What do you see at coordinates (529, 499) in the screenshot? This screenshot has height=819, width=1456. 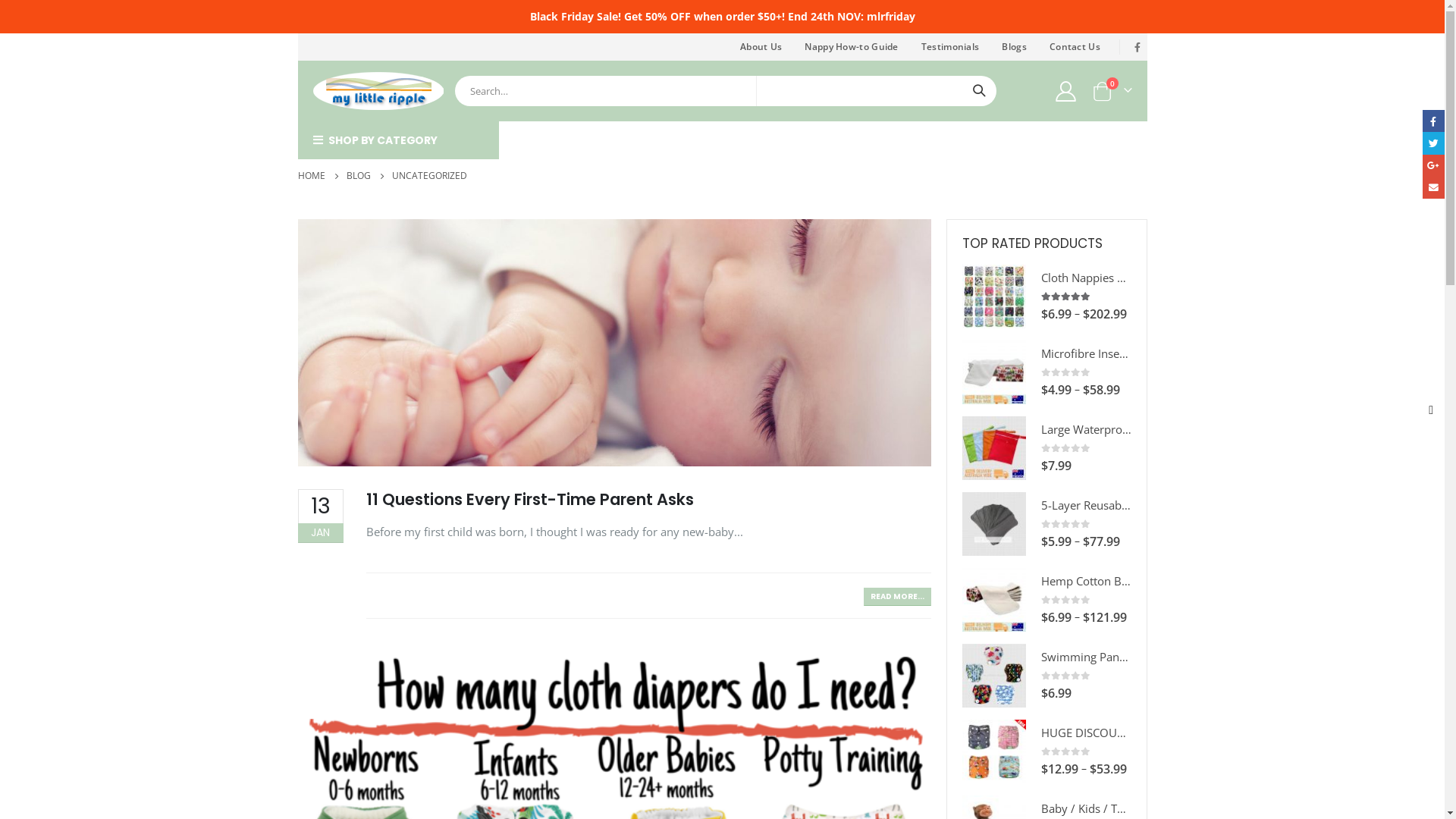 I see `'11 Questions Every First-Time Parent Asks'` at bounding box center [529, 499].